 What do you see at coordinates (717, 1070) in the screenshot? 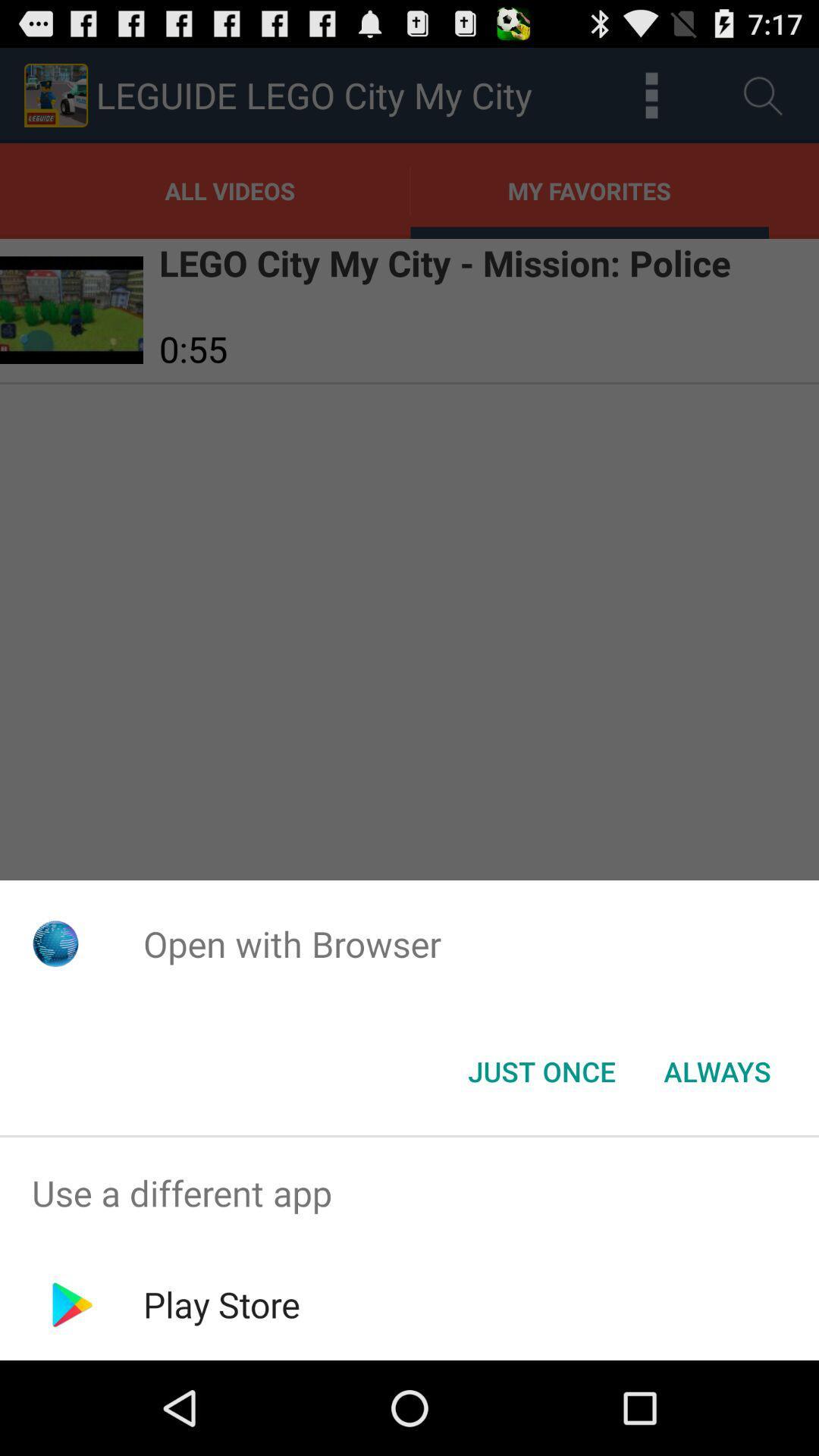
I see `always` at bounding box center [717, 1070].